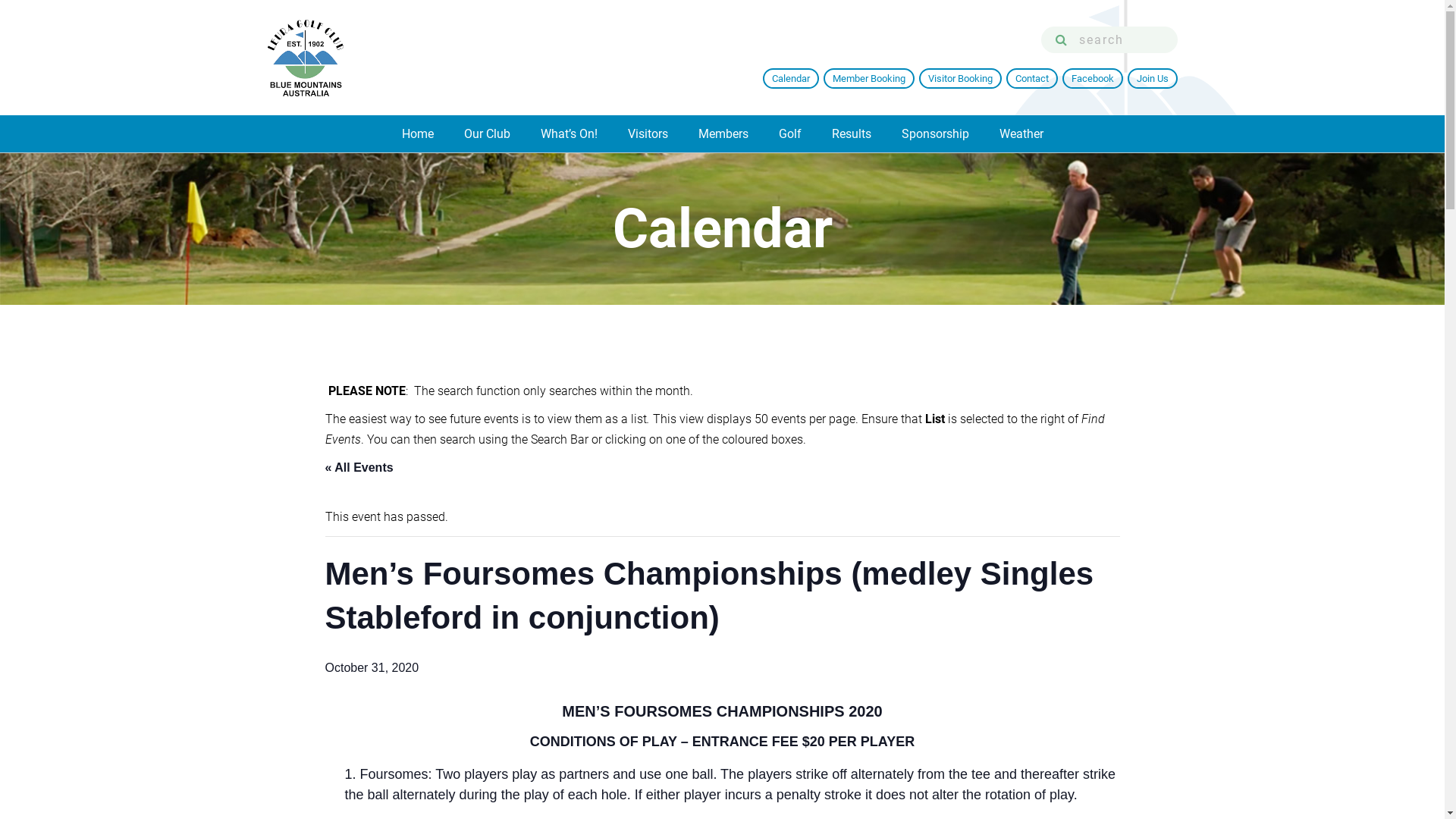 The width and height of the screenshot is (1456, 819). I want to click on 'Facebook', so click(1092, 78).